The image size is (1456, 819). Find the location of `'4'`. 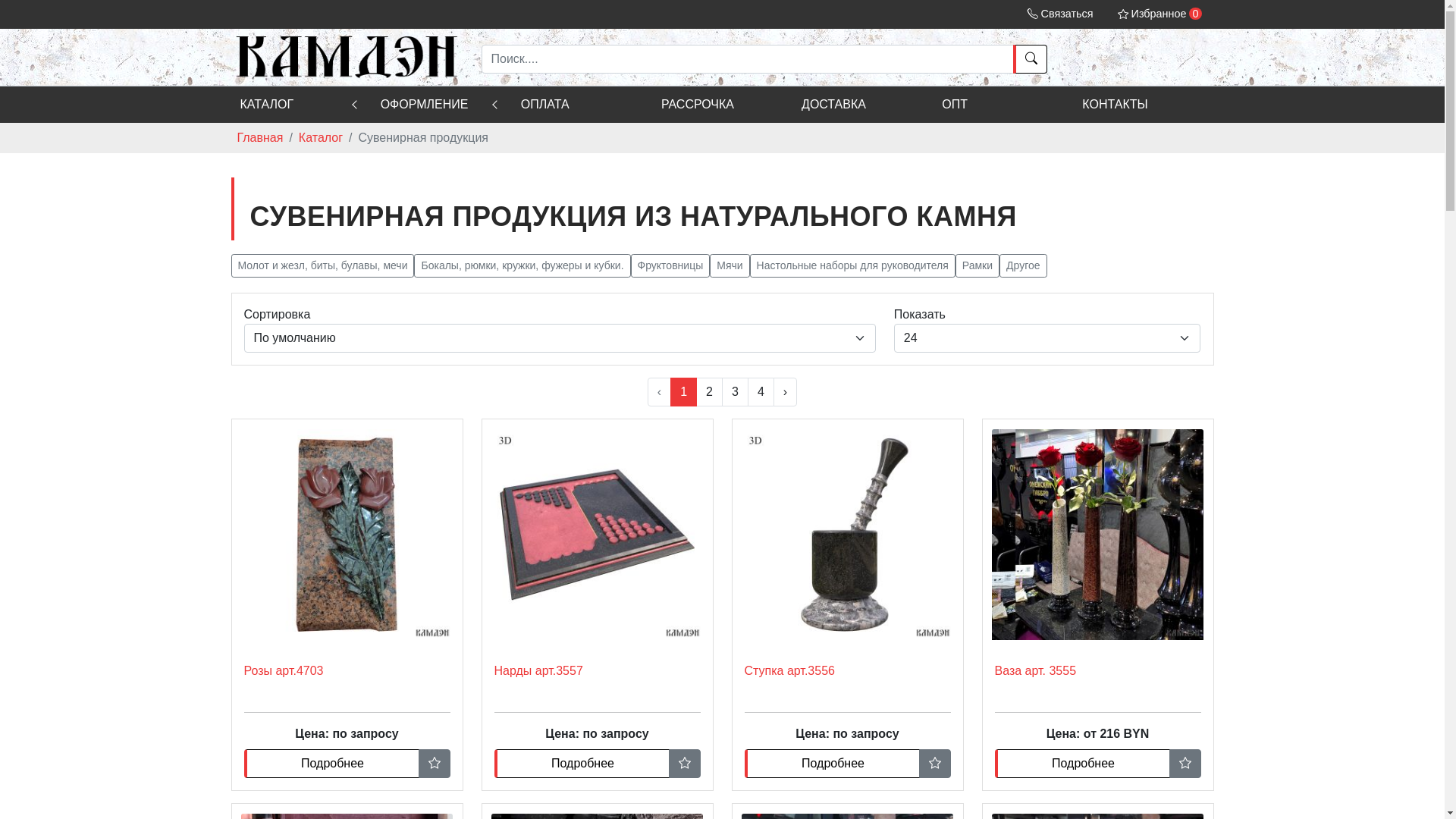

'4' is located at coordinates (761, 391).